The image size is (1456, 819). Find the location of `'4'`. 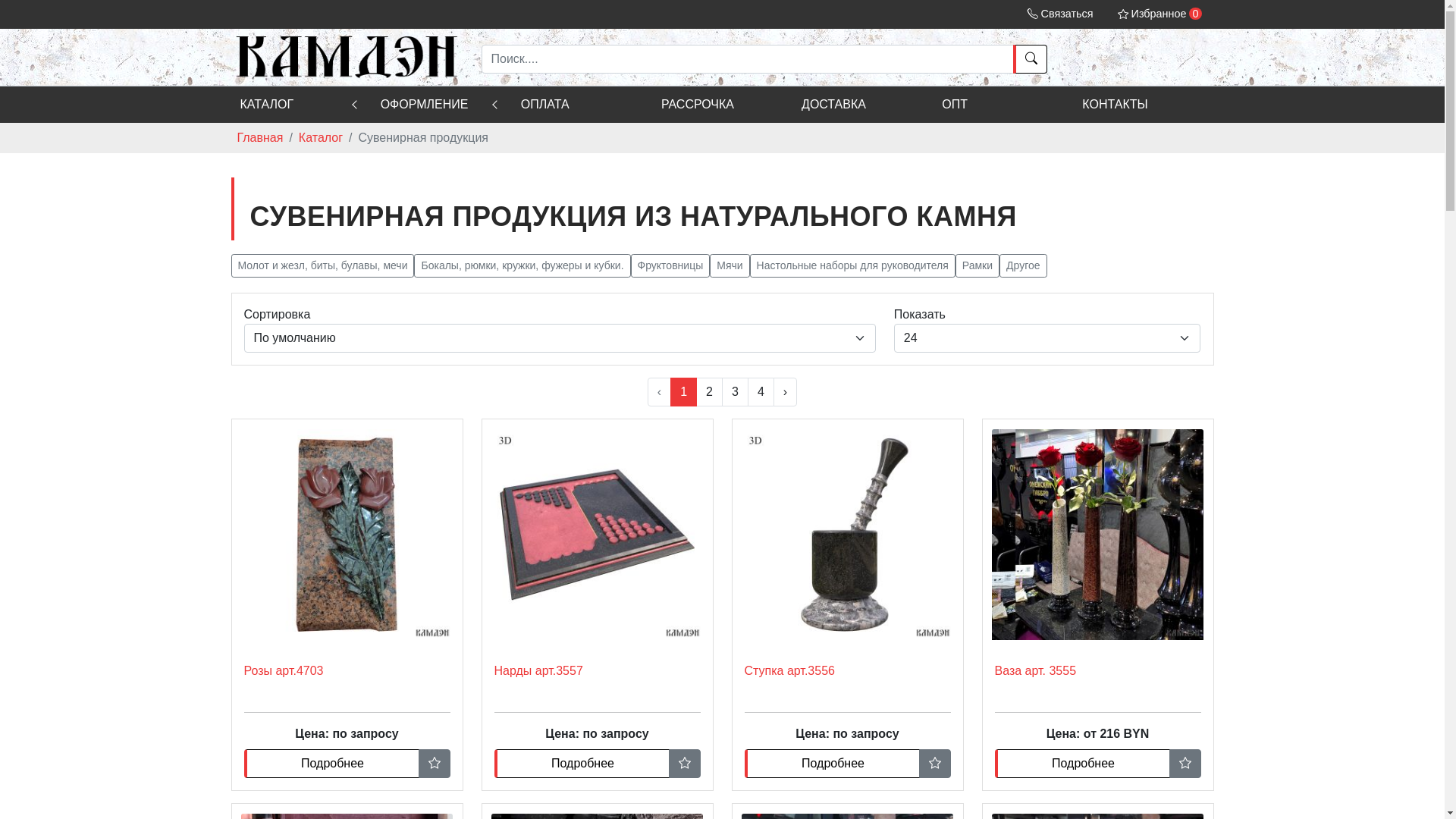

'4' is located at coordinates (761, 391).